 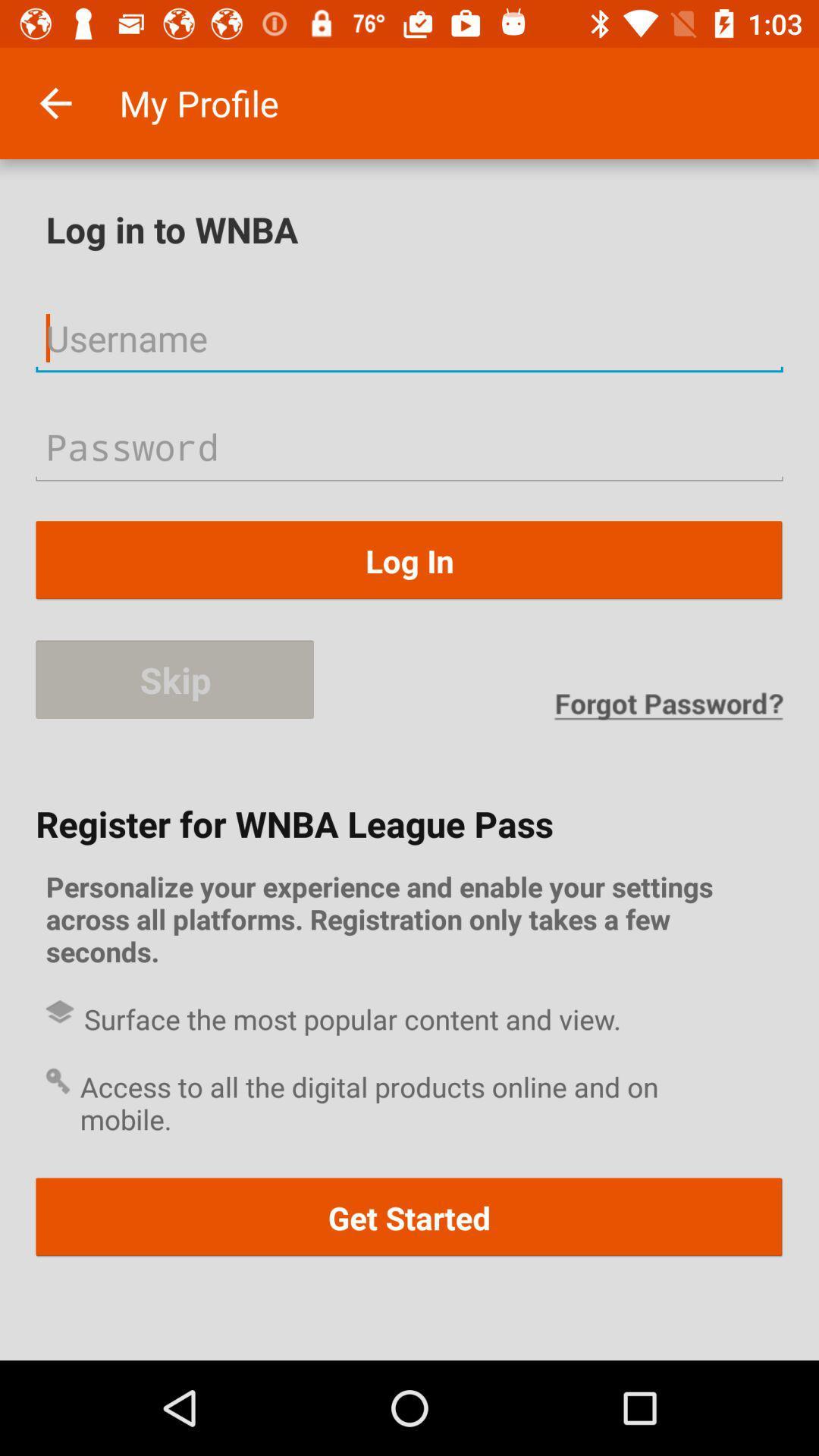 I want to click on password input, so click(x=409, y=446).